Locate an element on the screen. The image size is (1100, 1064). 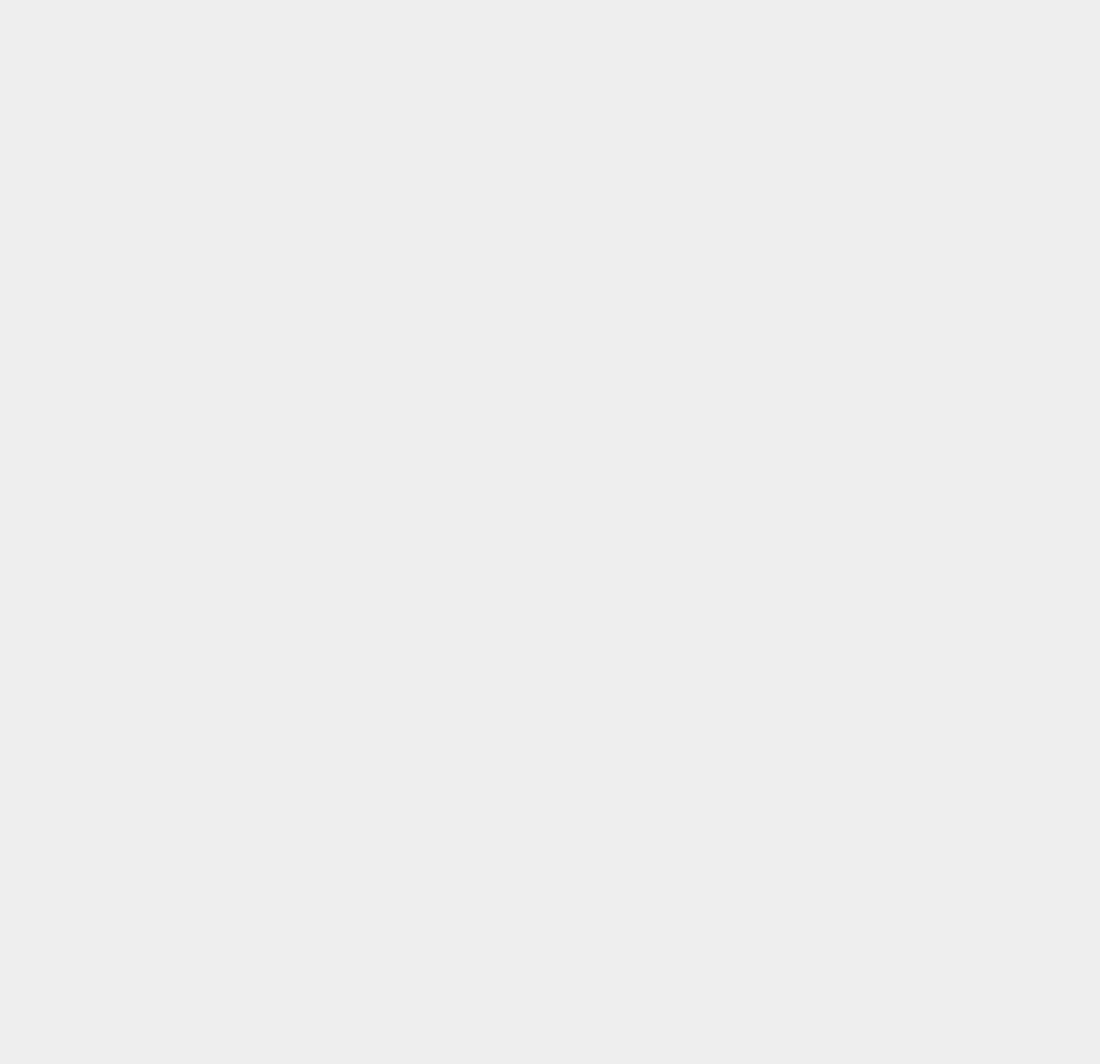
'Wordpress Plugins' is located at coordinates (835, 339).